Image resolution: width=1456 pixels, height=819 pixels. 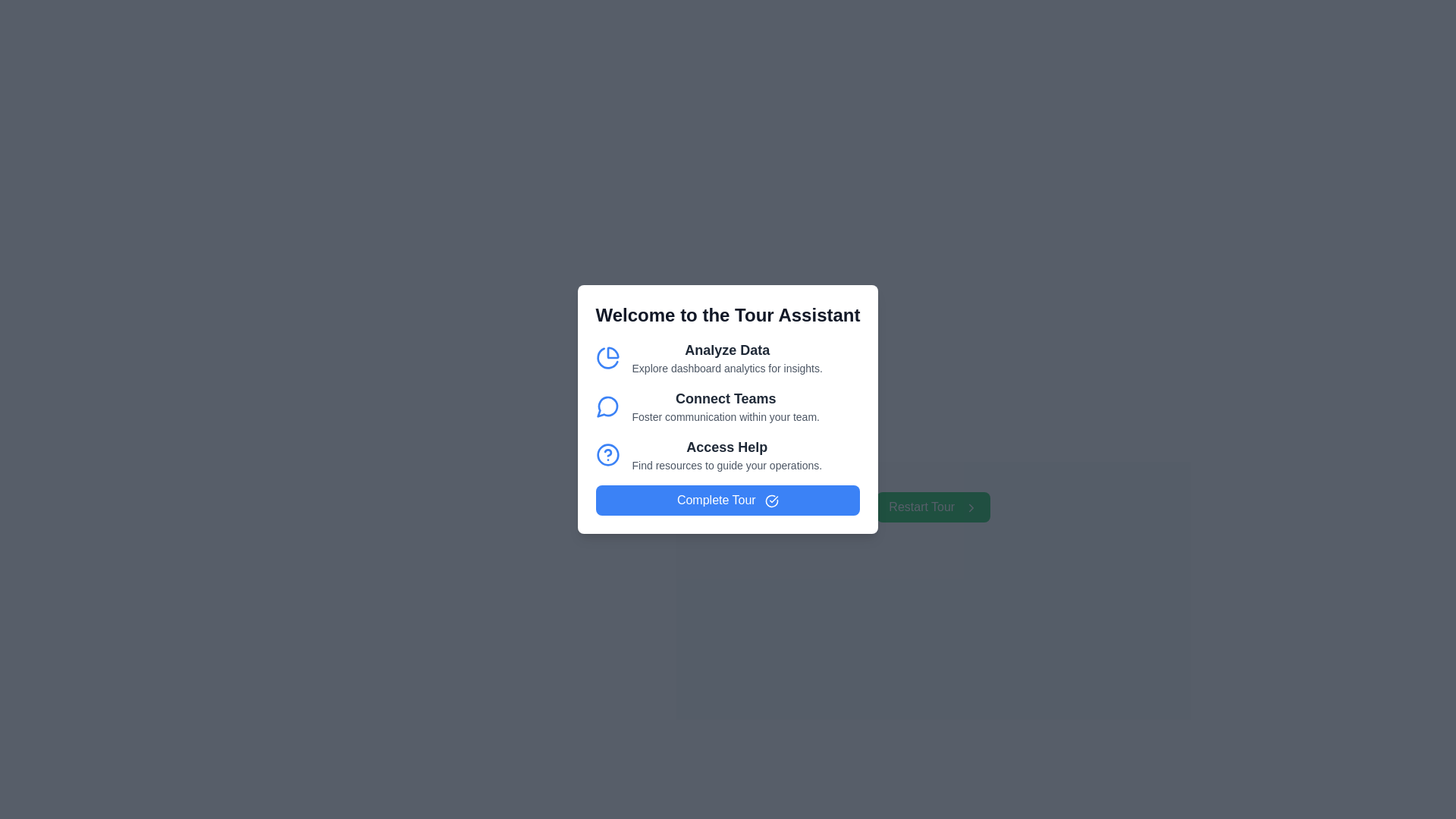 I want to click on the reset button for the tour functionality located at the bottom-right corner of the dialog box, next to the 'Complete Tour' button, so click(x=932, y=507).